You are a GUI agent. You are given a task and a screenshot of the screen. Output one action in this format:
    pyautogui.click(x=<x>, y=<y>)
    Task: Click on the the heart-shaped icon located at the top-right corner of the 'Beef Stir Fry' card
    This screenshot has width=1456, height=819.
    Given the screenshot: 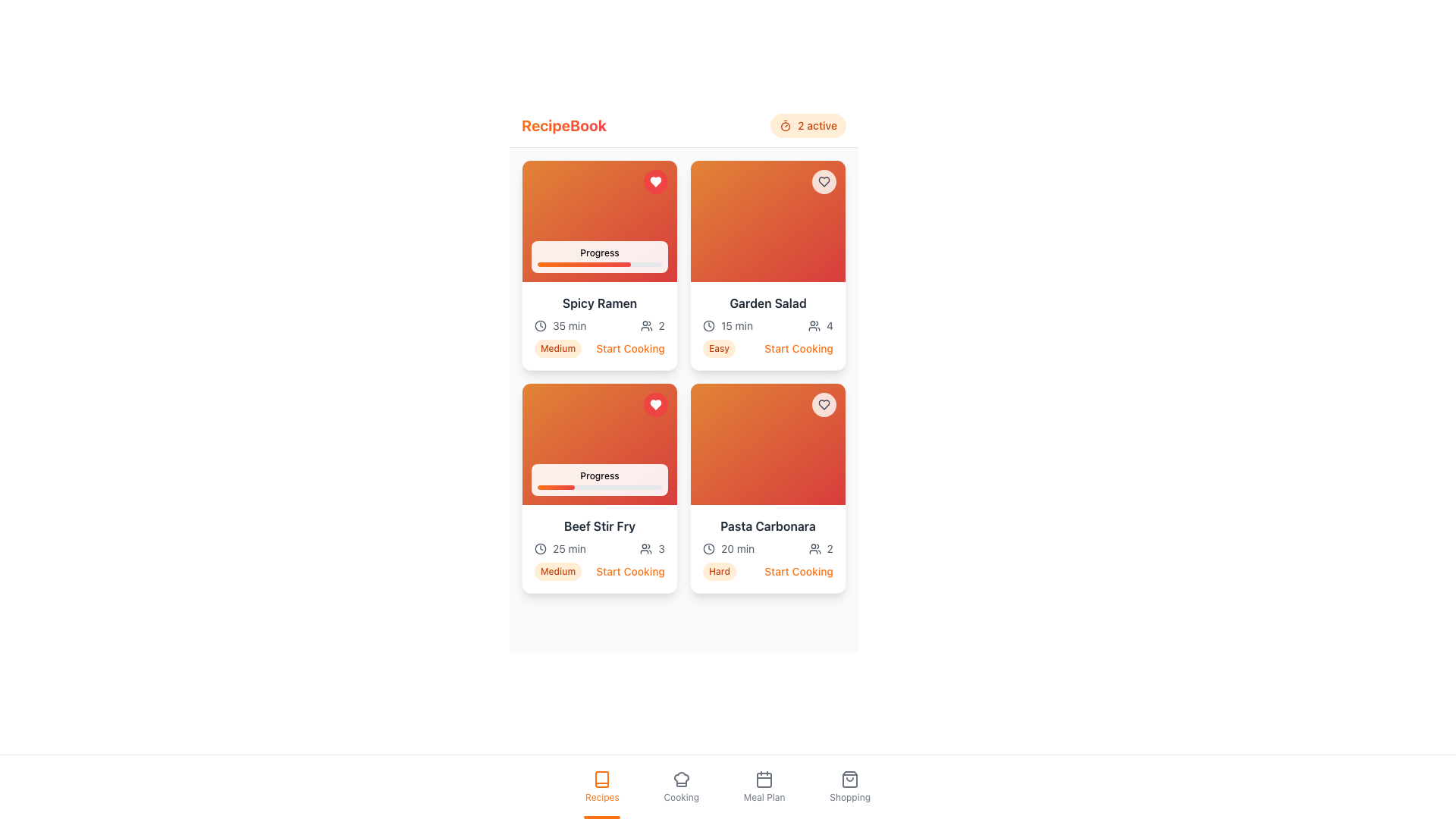 What is the action you would take?
    pyautogui.click(x=655, y=403)
    